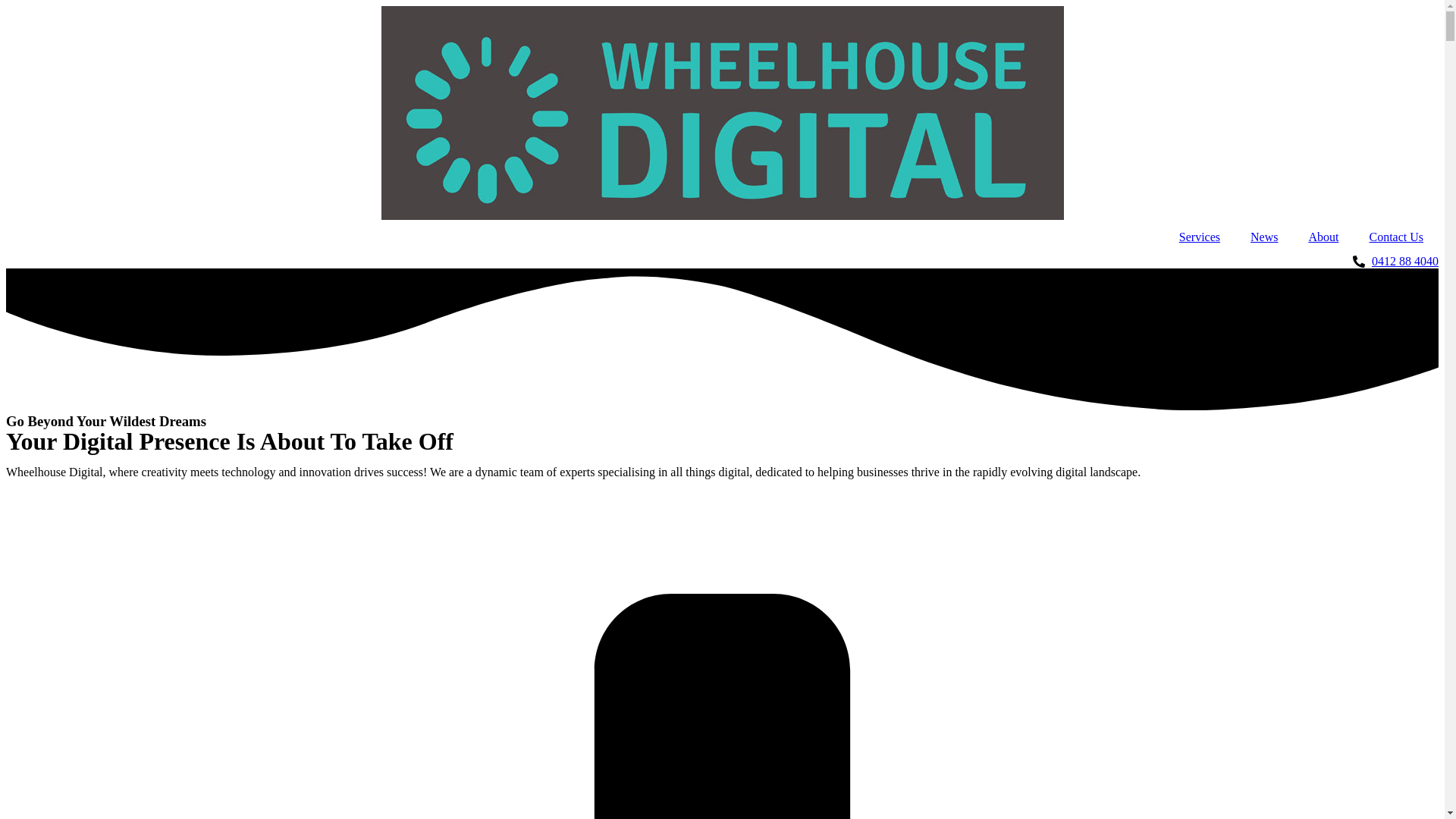 The image size is (1456, 819). Describe the element at coordinates (1199, 237) in the screenshot. I see `'Services'` at that location.